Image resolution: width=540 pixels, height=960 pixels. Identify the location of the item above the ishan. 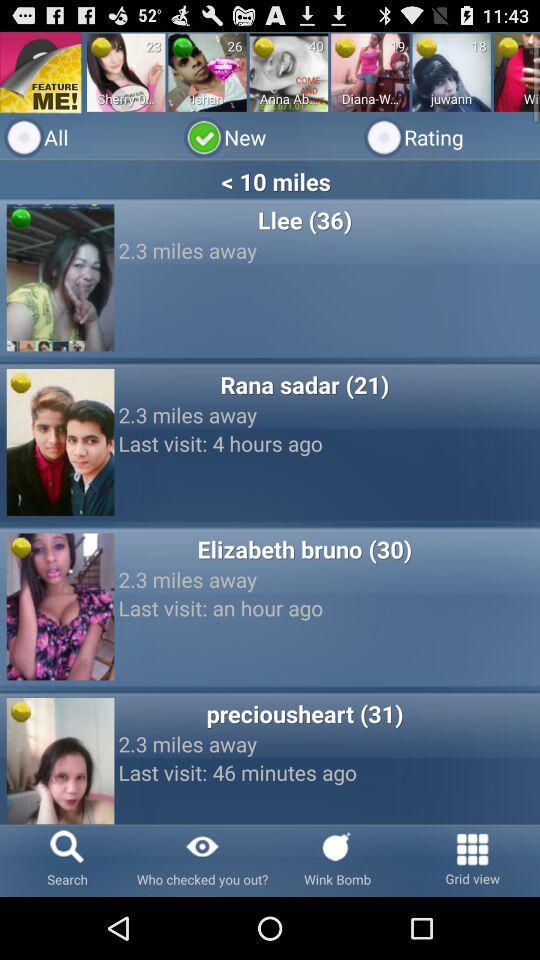
(222, 68).